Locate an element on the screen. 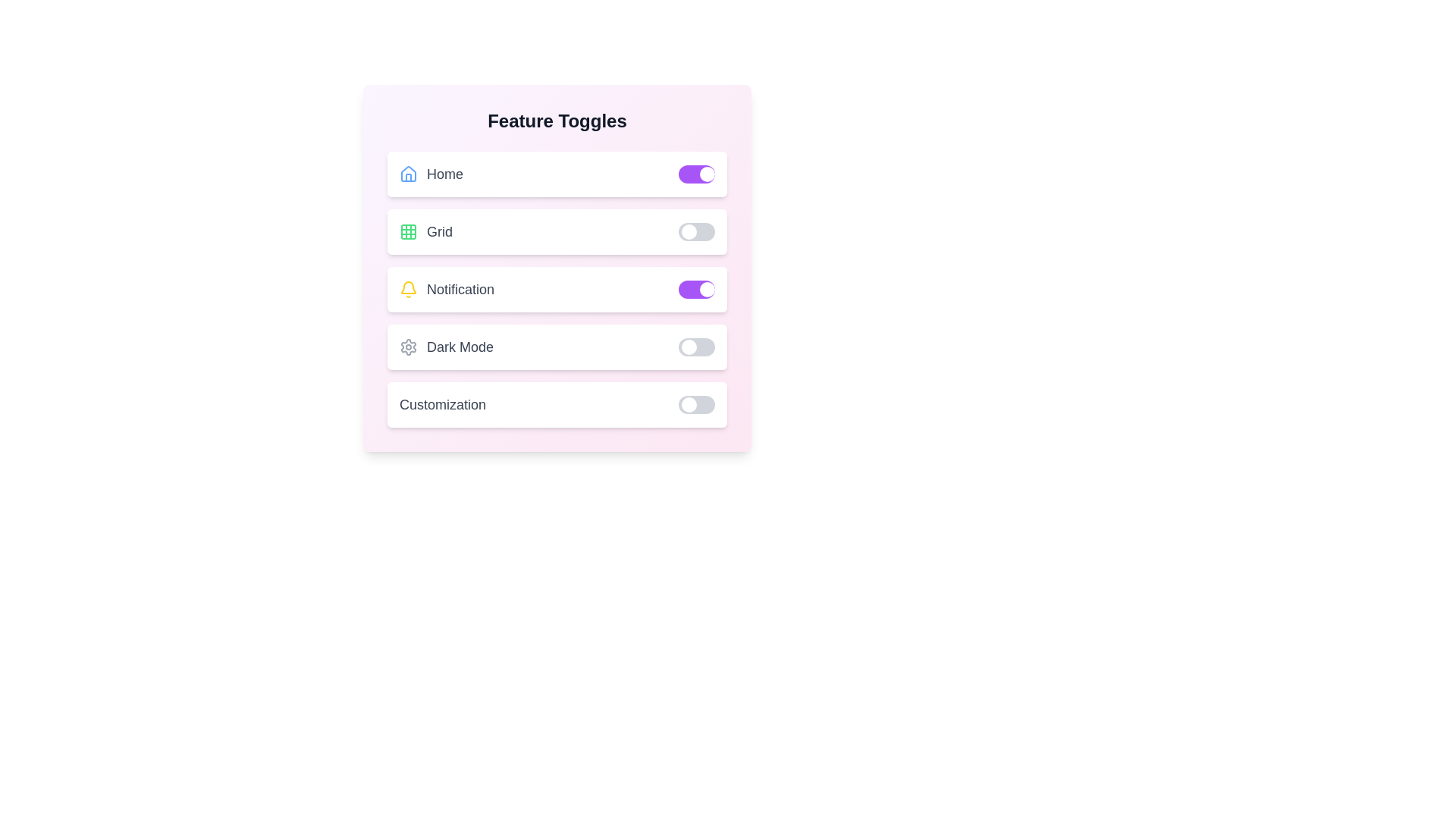 The height and width of the screenshot is (819, 1456). the text label 'Customization' in the 'Feature Toggles' section, which is colored dark gray and aligned next to a toggle switch is located at coordinates (442, 403).